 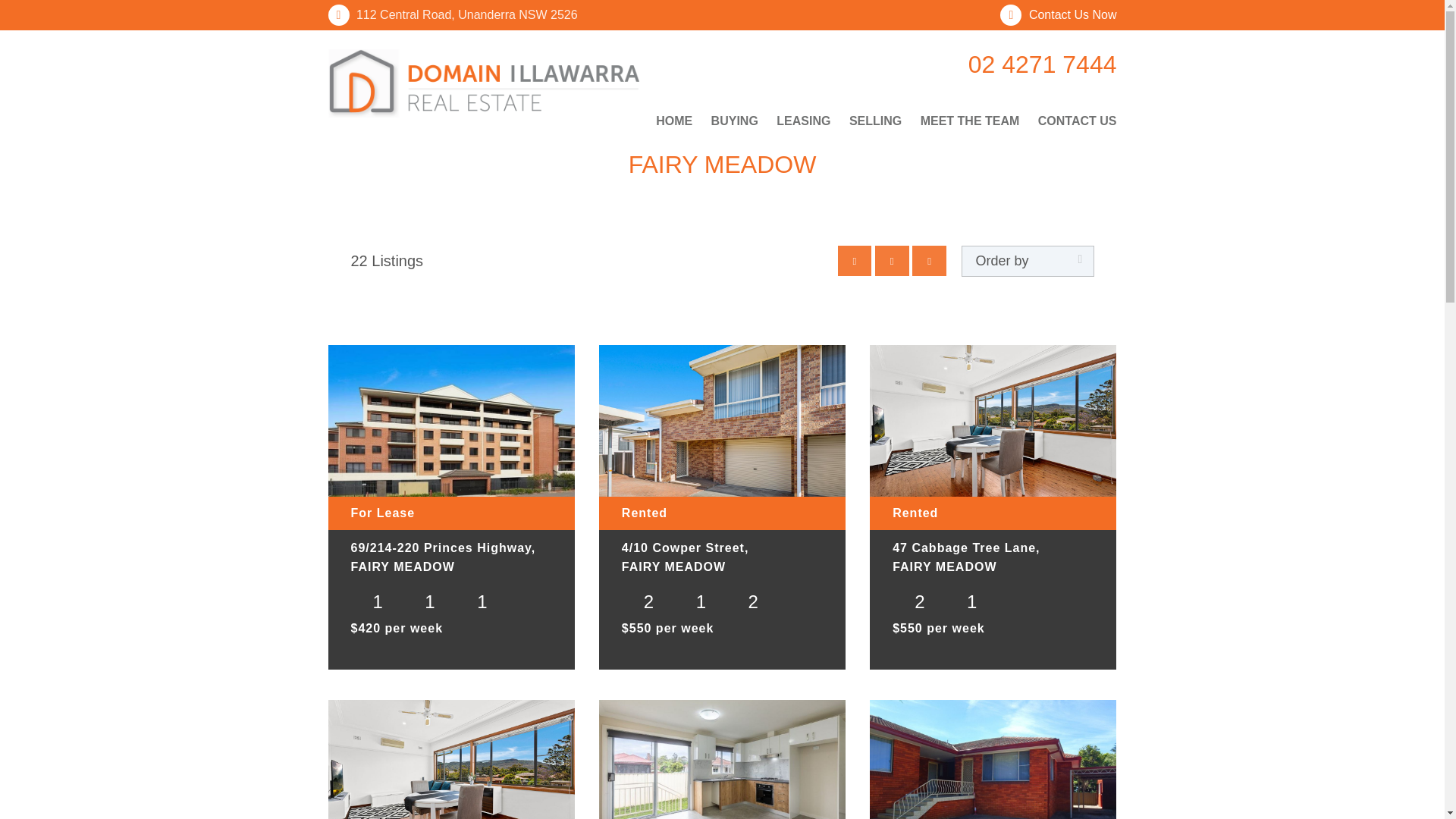 I want to click on '47 Cabbage Tree Lane,, so click(x=993, y=560).